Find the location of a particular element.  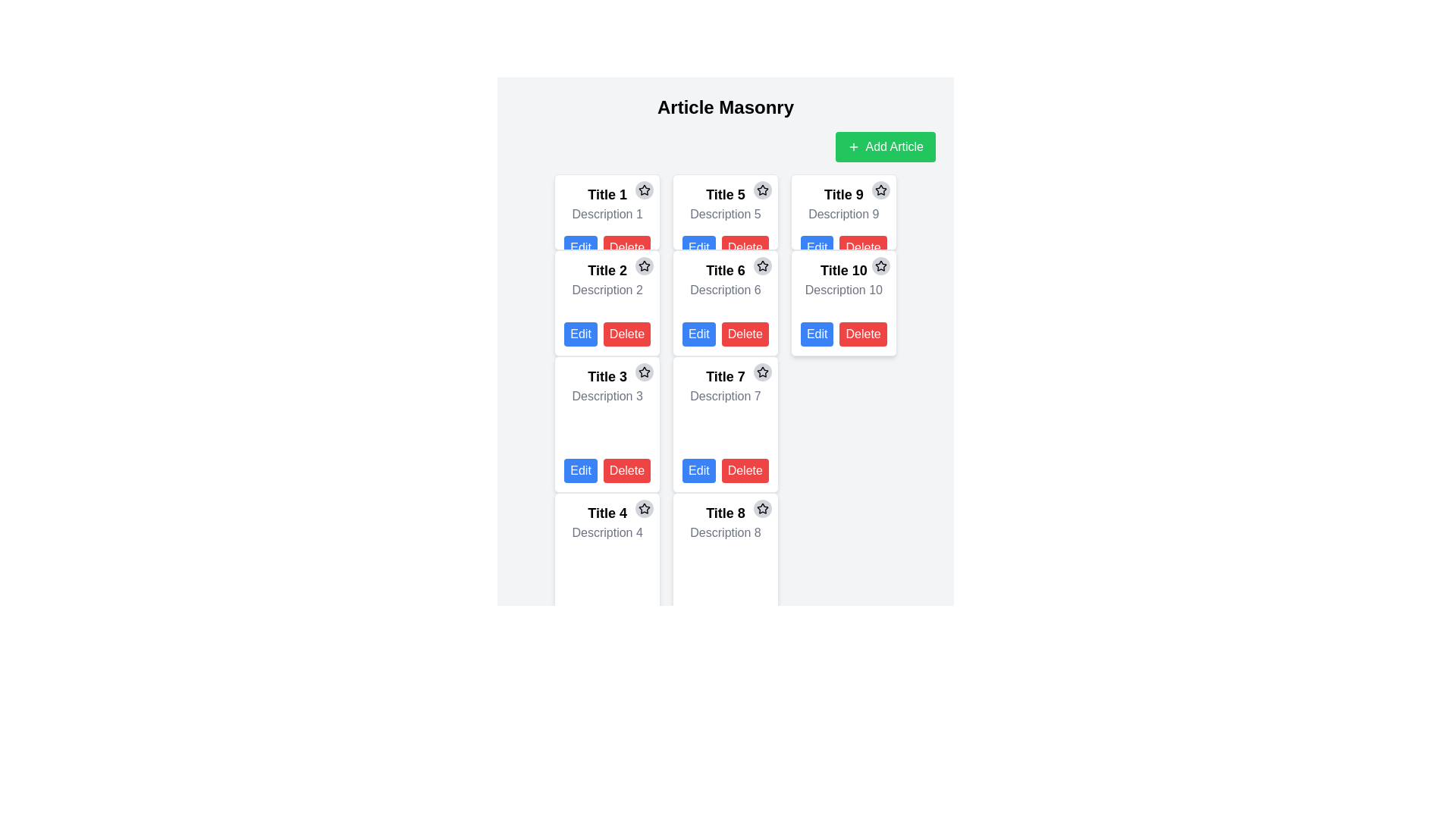

the rounded button with a gray background and a star-shaped icon located at the top-right corner of the card labeled 'Title 4 Description 4' to mark or unmark it as favorite is located at coordinates (645, 509).